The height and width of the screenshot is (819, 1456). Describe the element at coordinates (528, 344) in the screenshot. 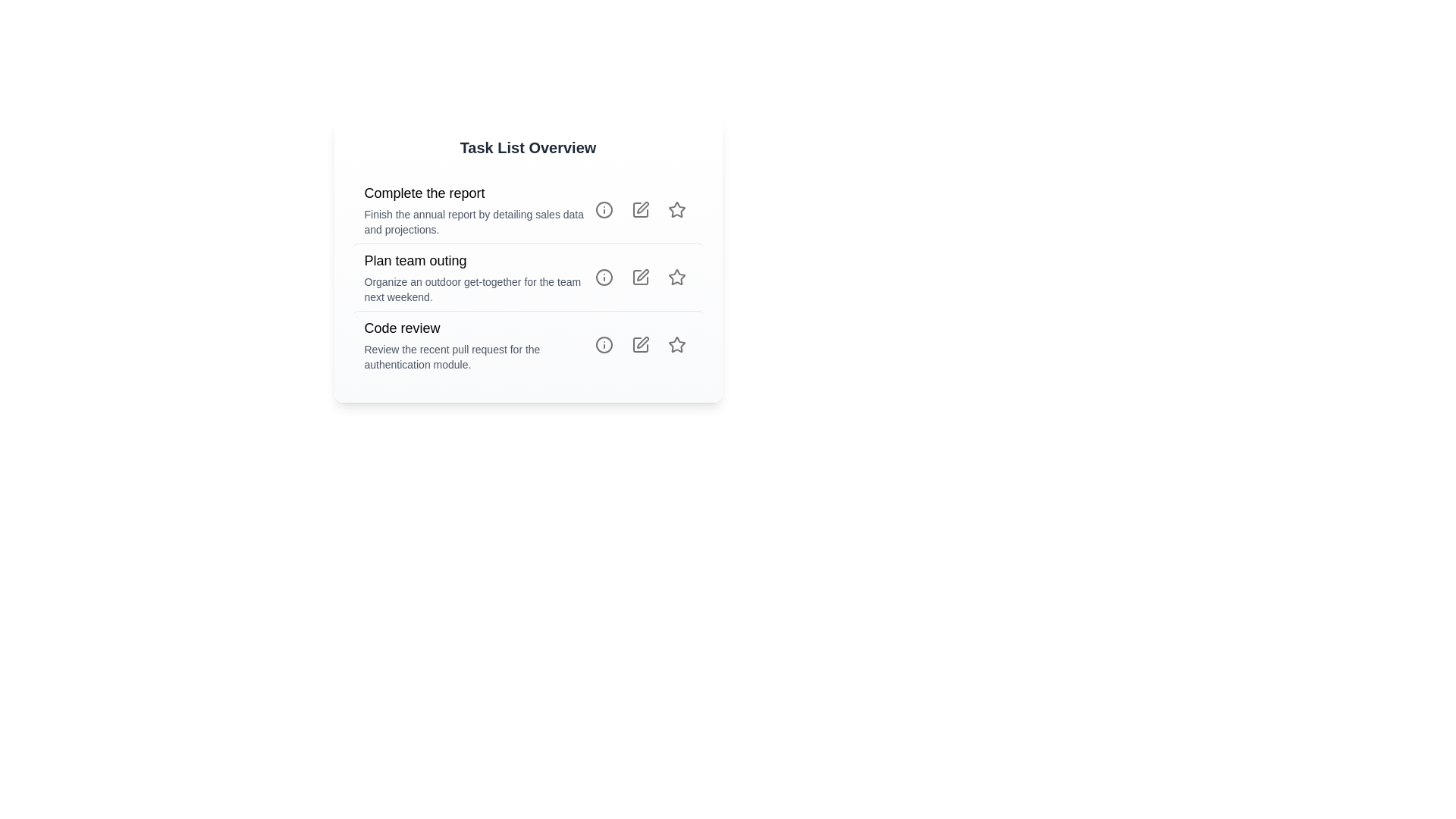

I see `the edit icon of the task item titled 'Code review'` at that location.